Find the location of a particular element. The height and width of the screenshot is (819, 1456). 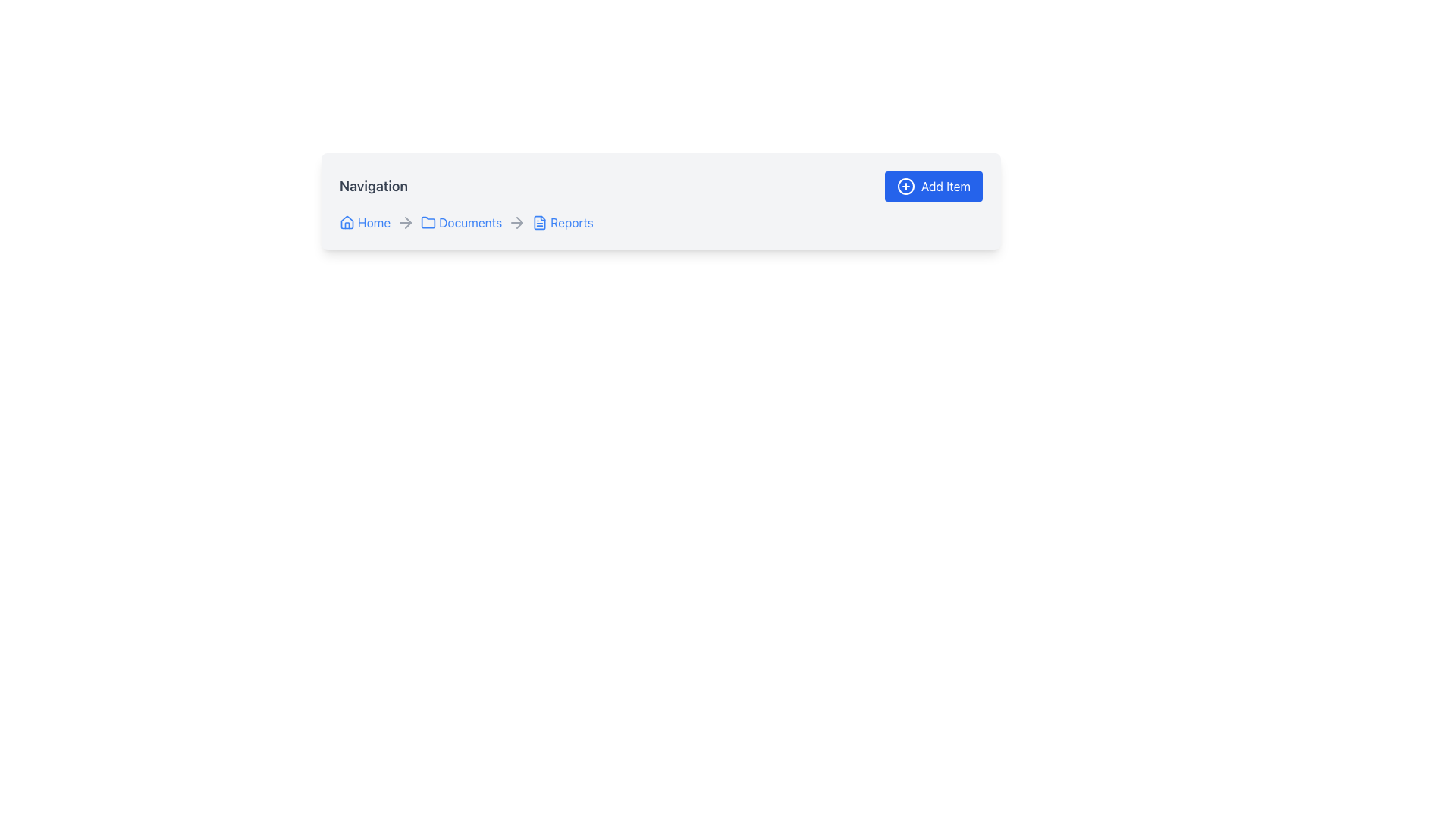

the 'Home' icon in the navigation bar is located at coordinates (346, 222).